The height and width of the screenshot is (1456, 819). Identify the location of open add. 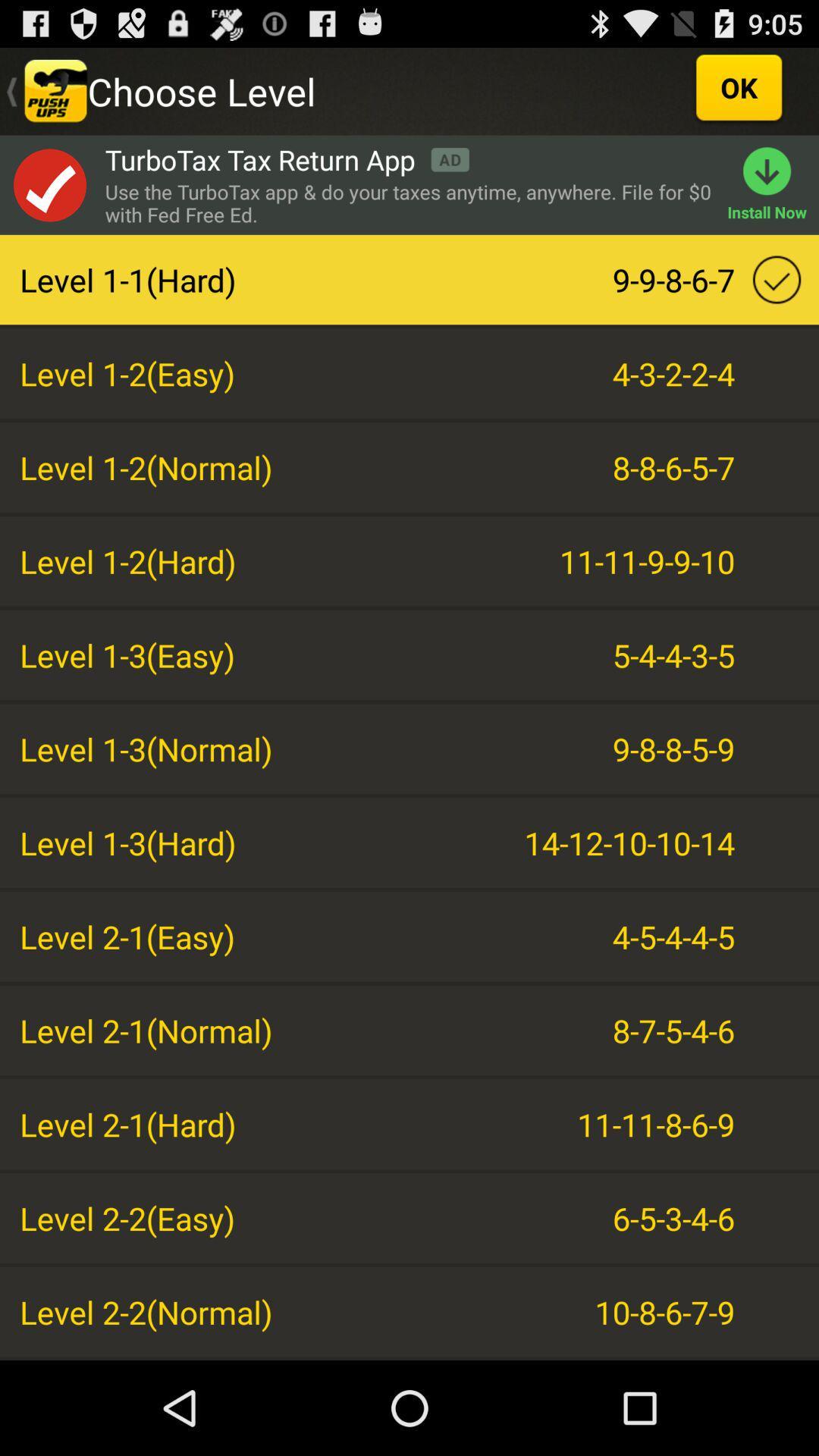
(49, 184).